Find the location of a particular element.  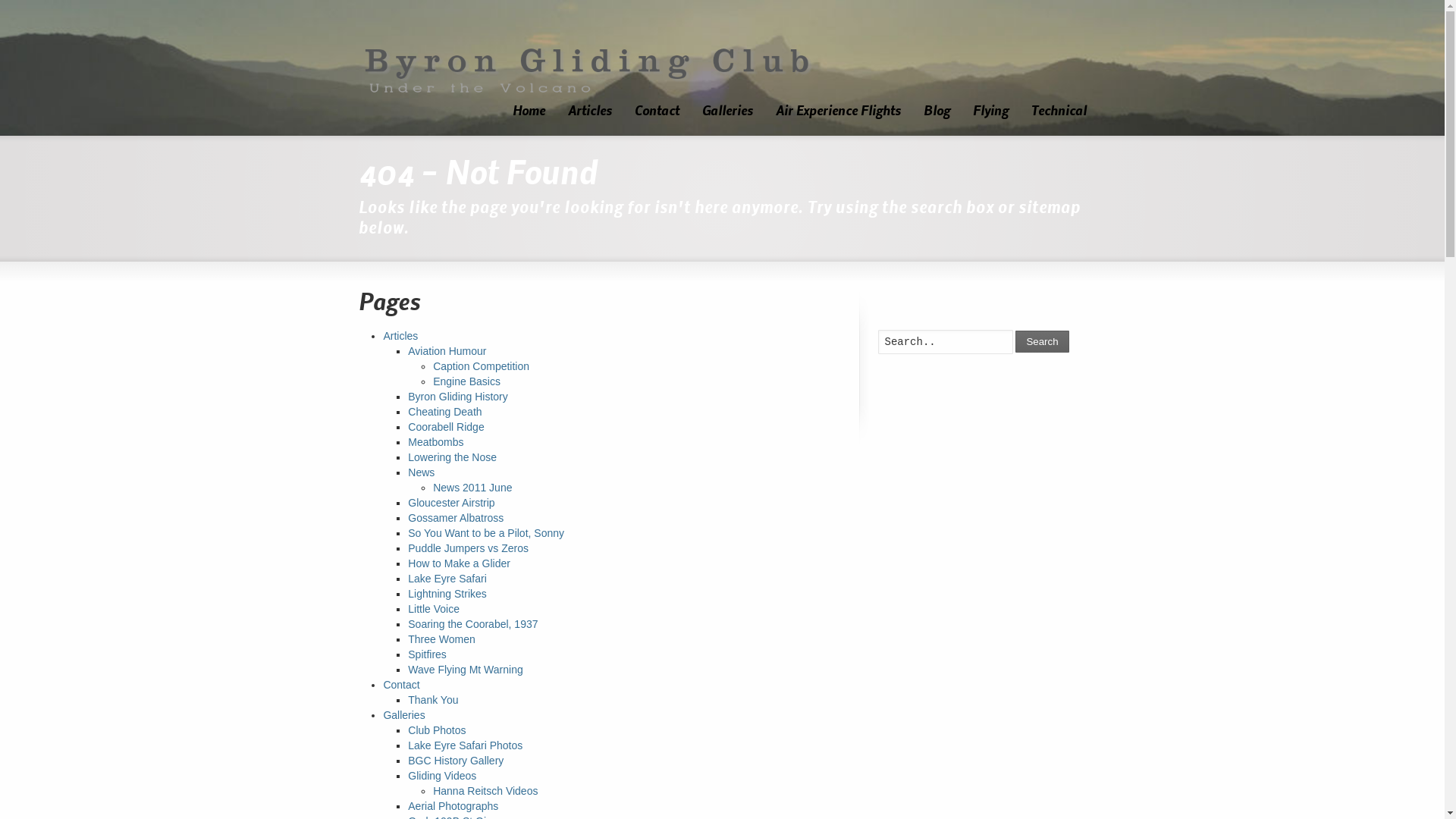

'Thank You' is located at coordinates (432, 699).